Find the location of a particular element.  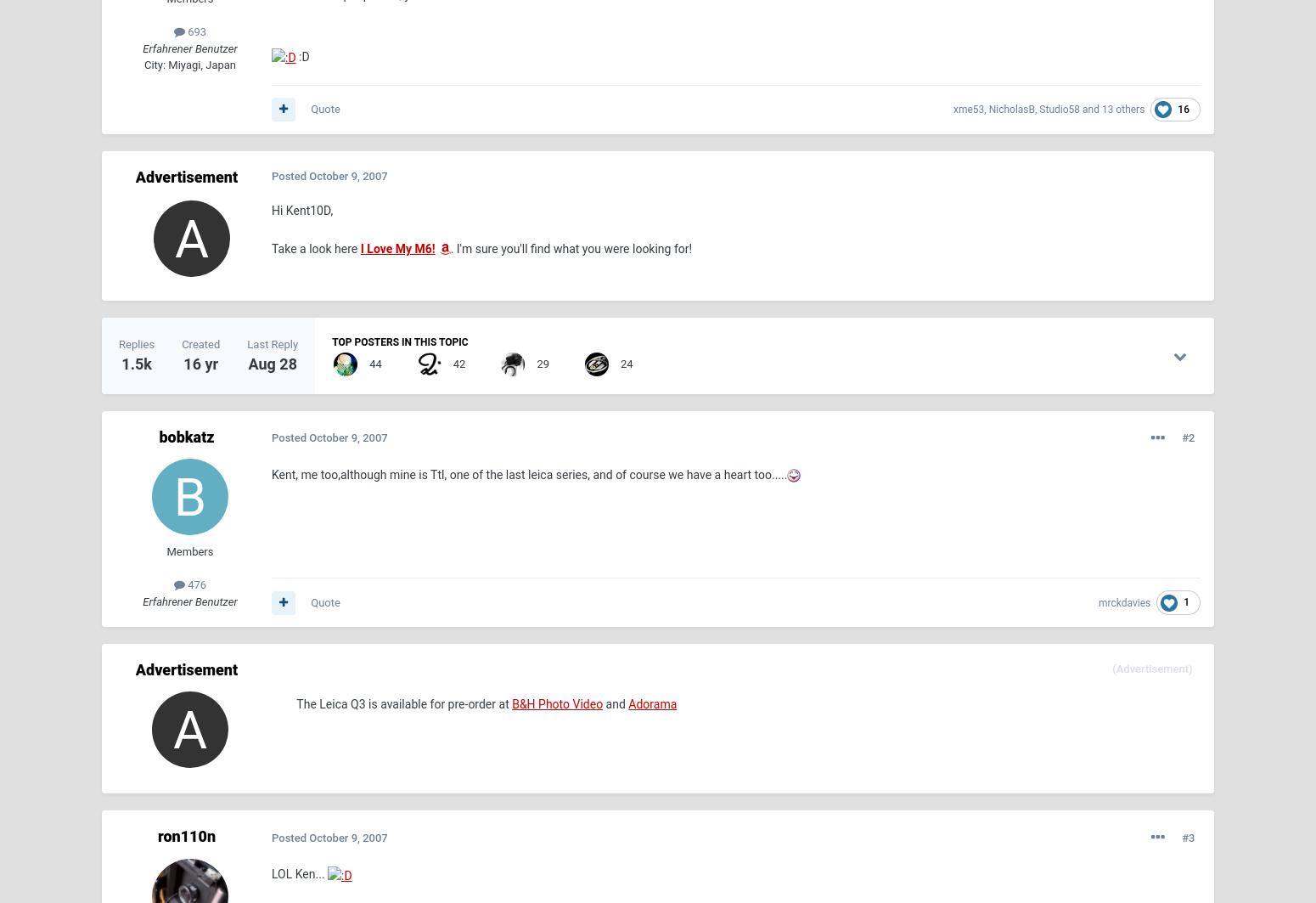

'September 19' is located at coordinates (211, 550).